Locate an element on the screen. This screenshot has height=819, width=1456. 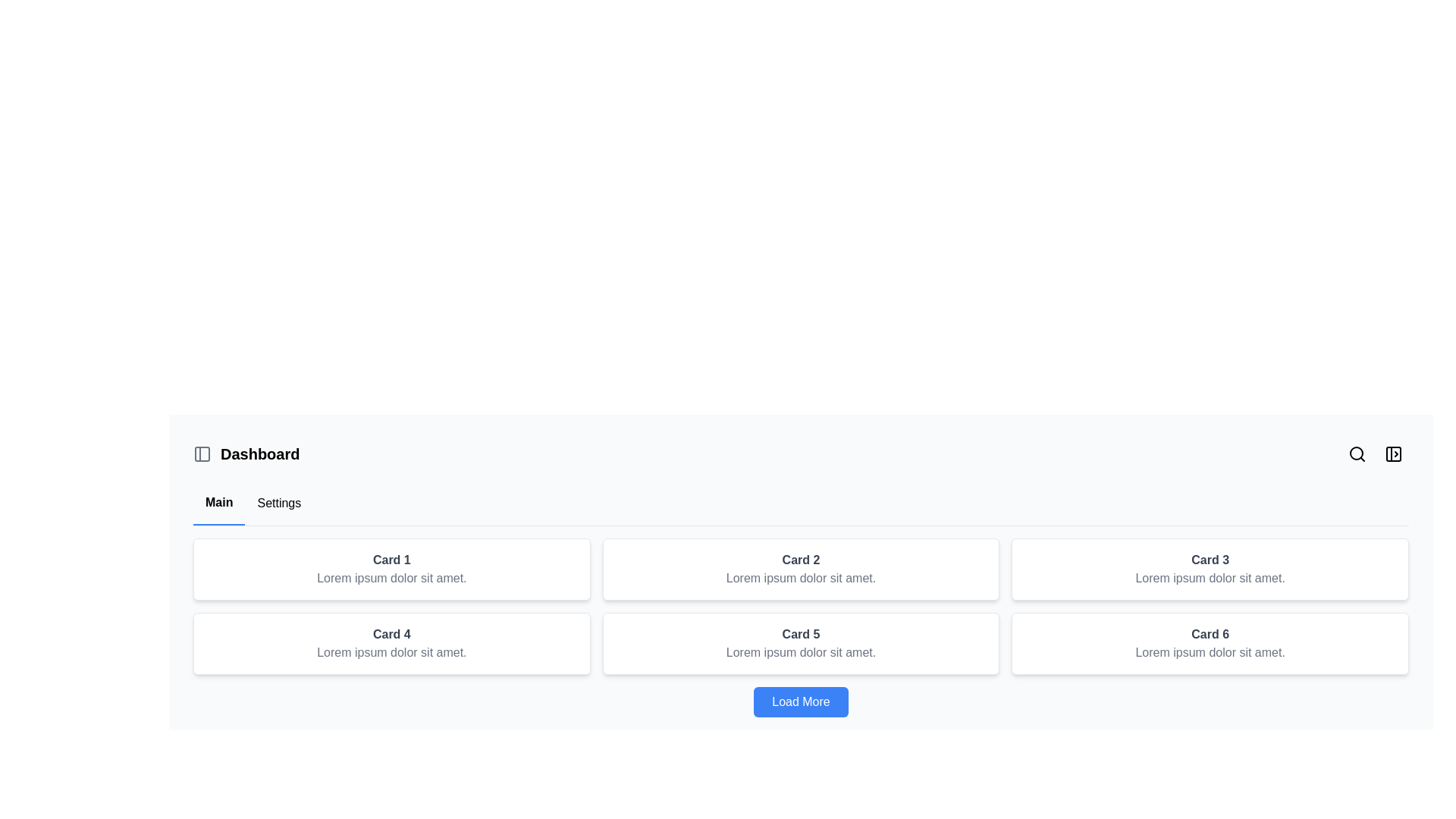
the bold textual label displaying 'Card 6', which is styled with a grayish font color and is visually centered within its rectangular card in the second row and second column of the grid is located at coordinates (1210, 635).